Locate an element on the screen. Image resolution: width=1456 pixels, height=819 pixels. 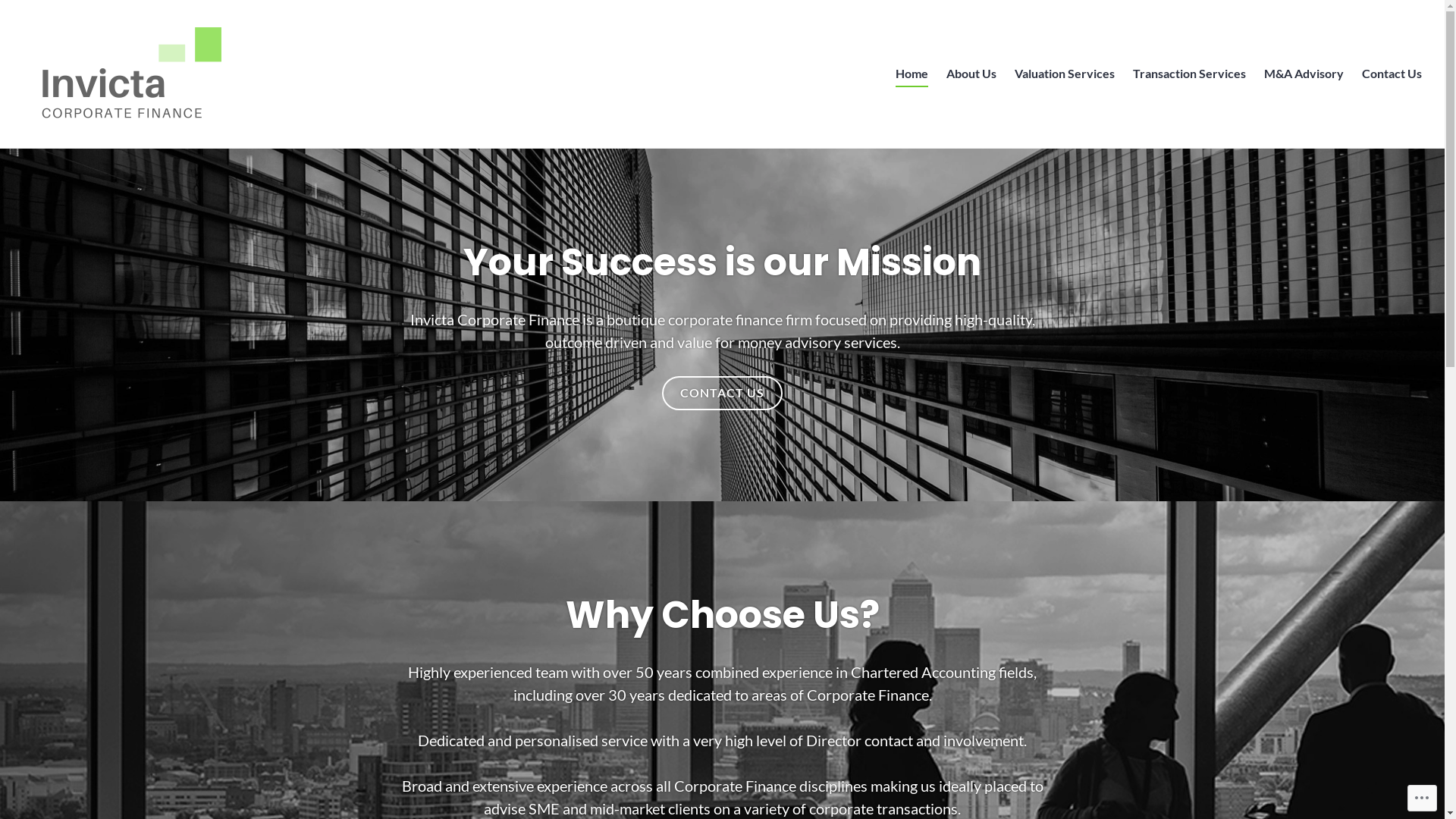
'Home' is located at coordinates (911, 73).